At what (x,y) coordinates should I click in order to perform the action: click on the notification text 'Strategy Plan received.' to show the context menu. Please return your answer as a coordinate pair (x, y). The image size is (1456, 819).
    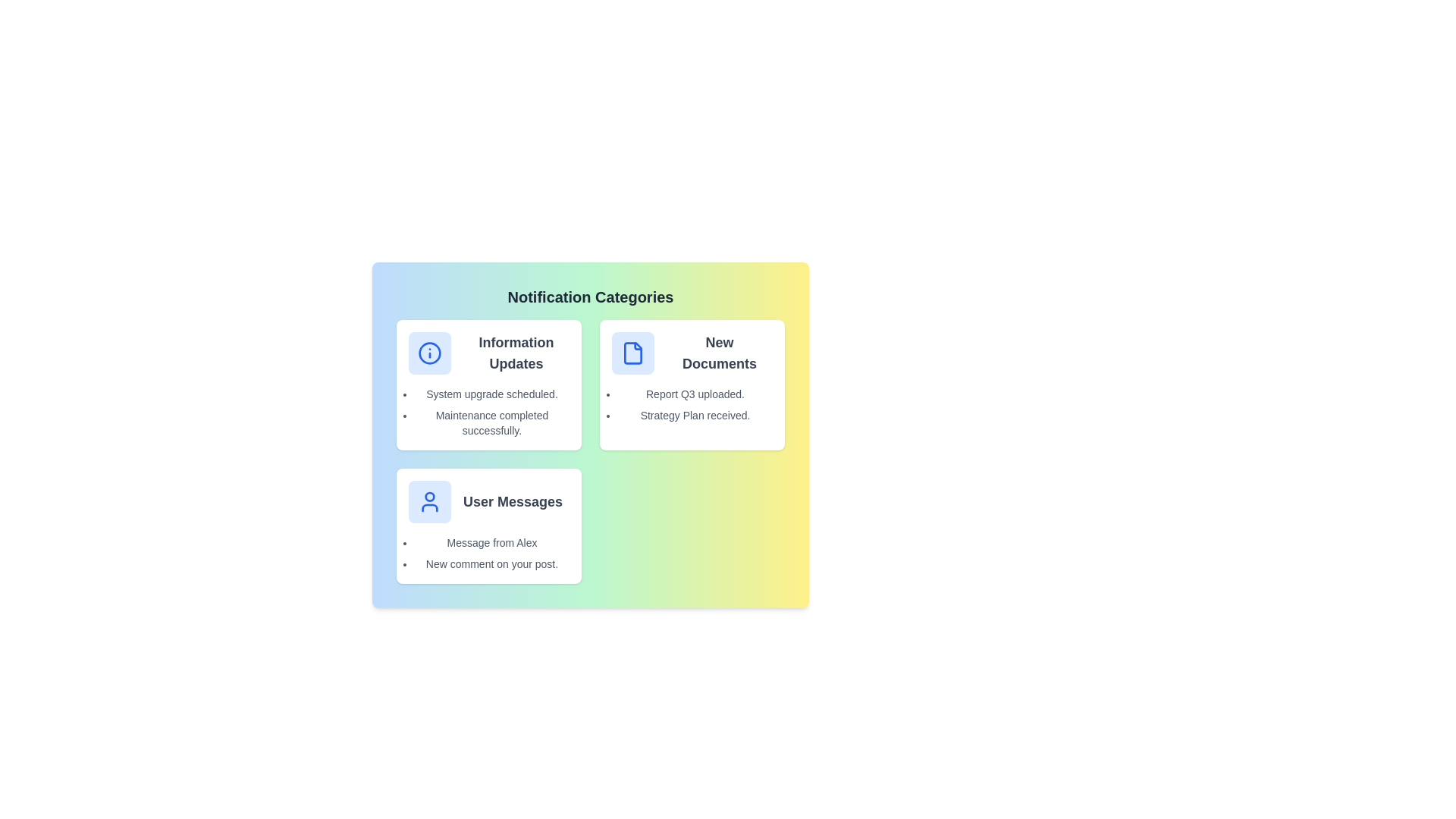
    Looking at the image, I should click on (694, 415).